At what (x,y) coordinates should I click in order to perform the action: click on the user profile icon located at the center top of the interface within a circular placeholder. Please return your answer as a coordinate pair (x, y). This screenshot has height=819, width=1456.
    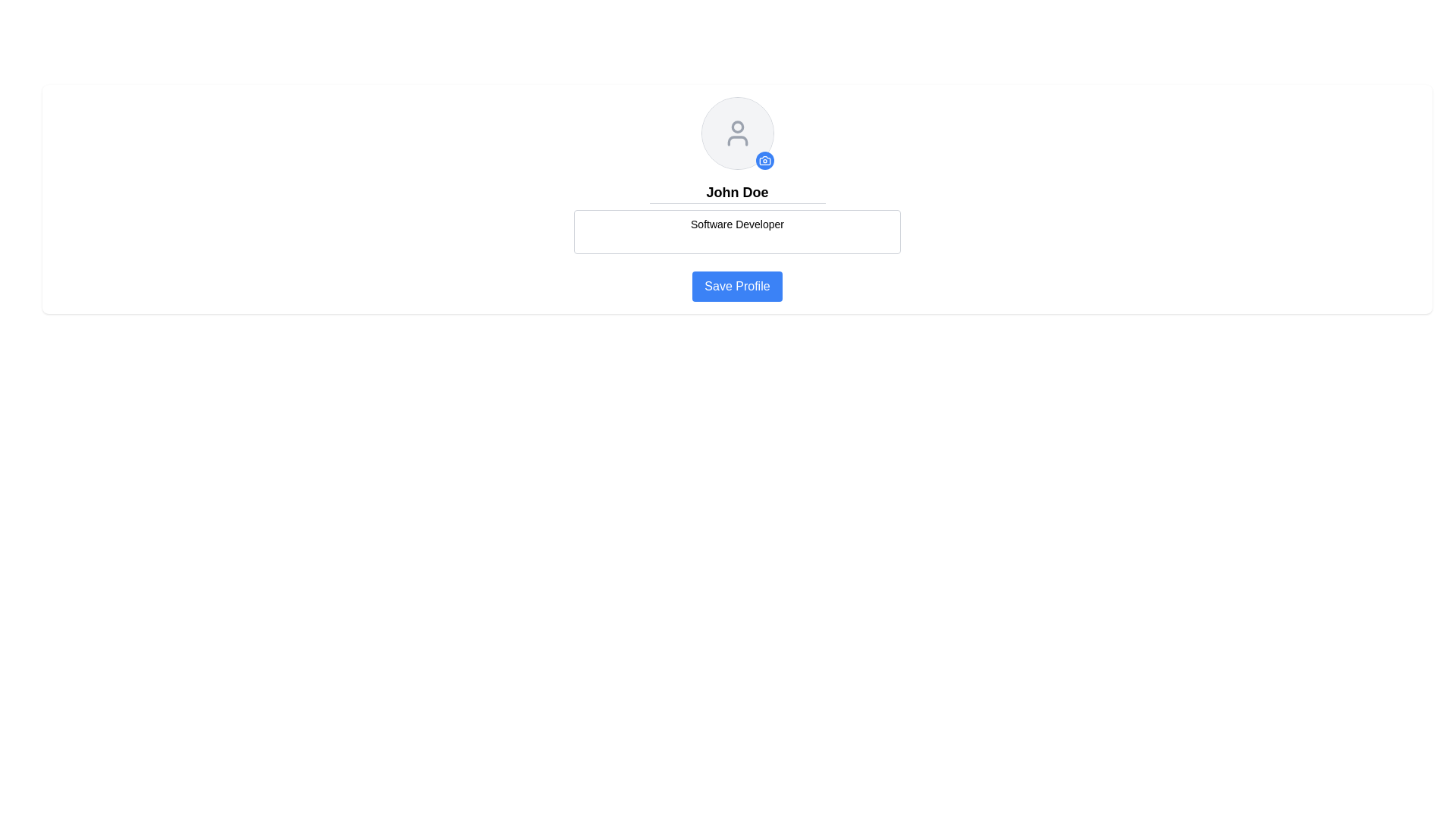
    Looking at the image, I should click on (737, 133).